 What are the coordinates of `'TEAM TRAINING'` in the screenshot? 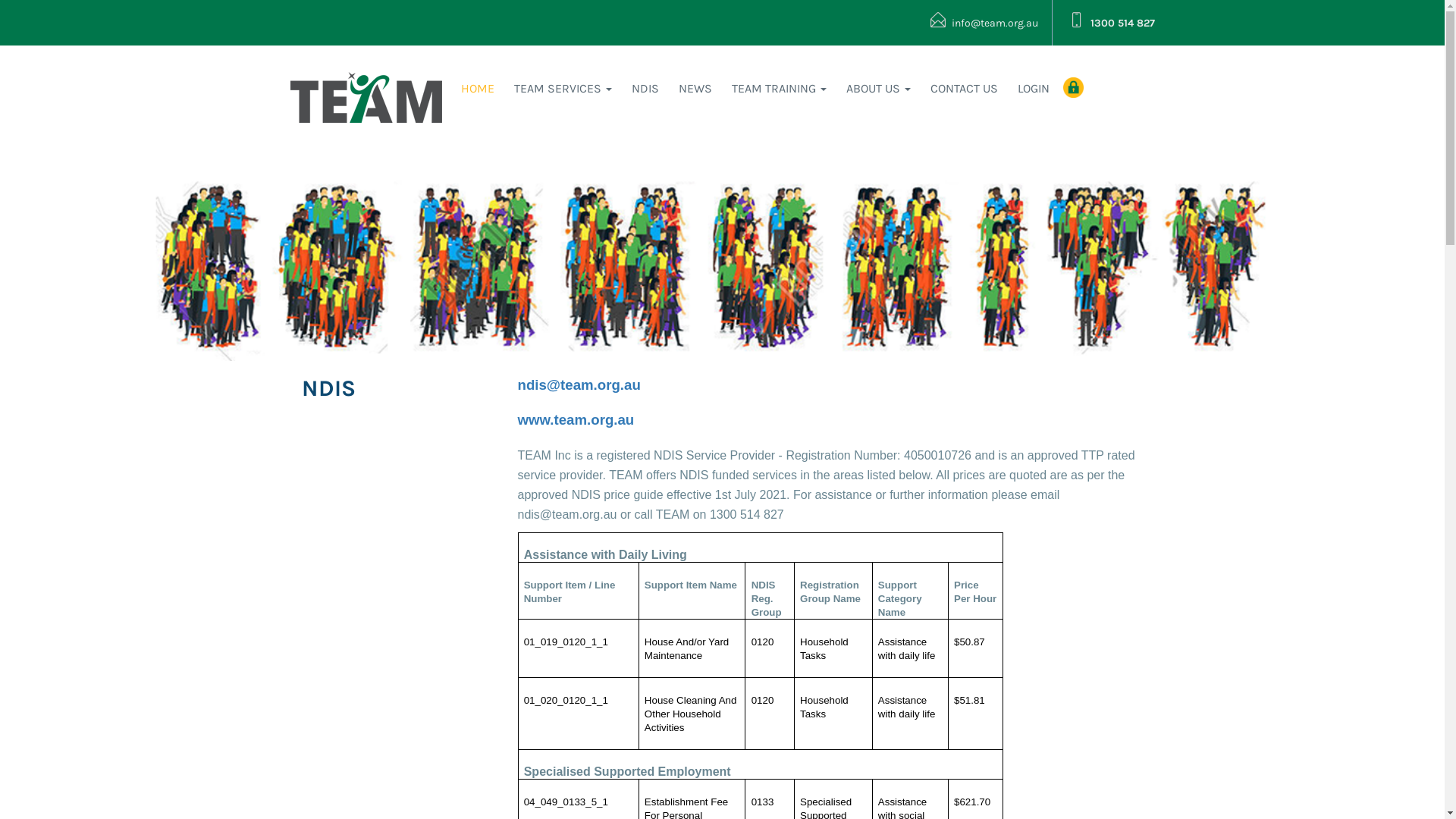 It's located at (779, 88).